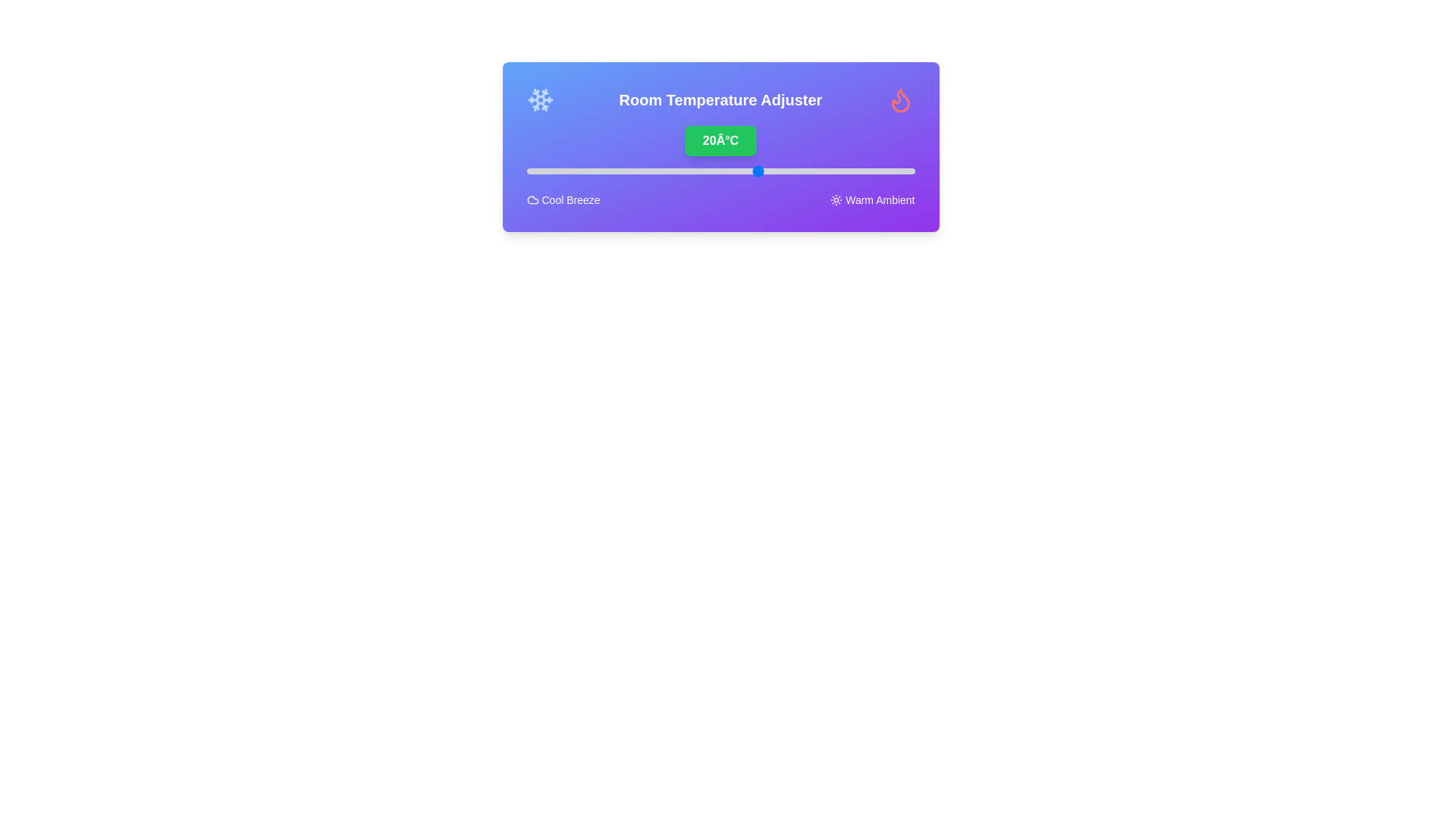 This screenshot has width=1456, height=819. I want to click on the 'Cool Breeze' text and icon, so click(563, 199).